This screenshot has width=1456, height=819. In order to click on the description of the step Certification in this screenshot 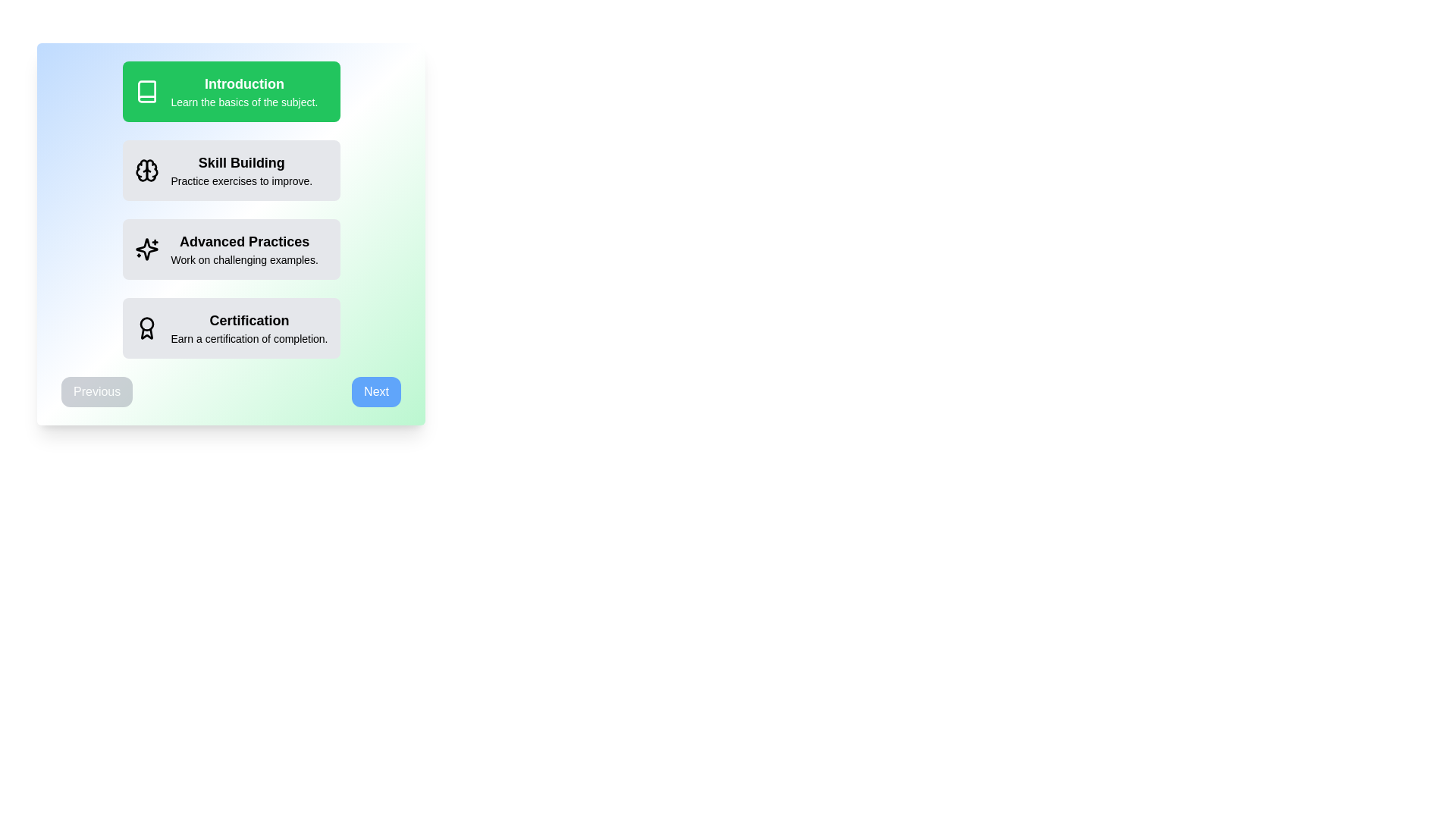, I will do `click(231, 327)`.